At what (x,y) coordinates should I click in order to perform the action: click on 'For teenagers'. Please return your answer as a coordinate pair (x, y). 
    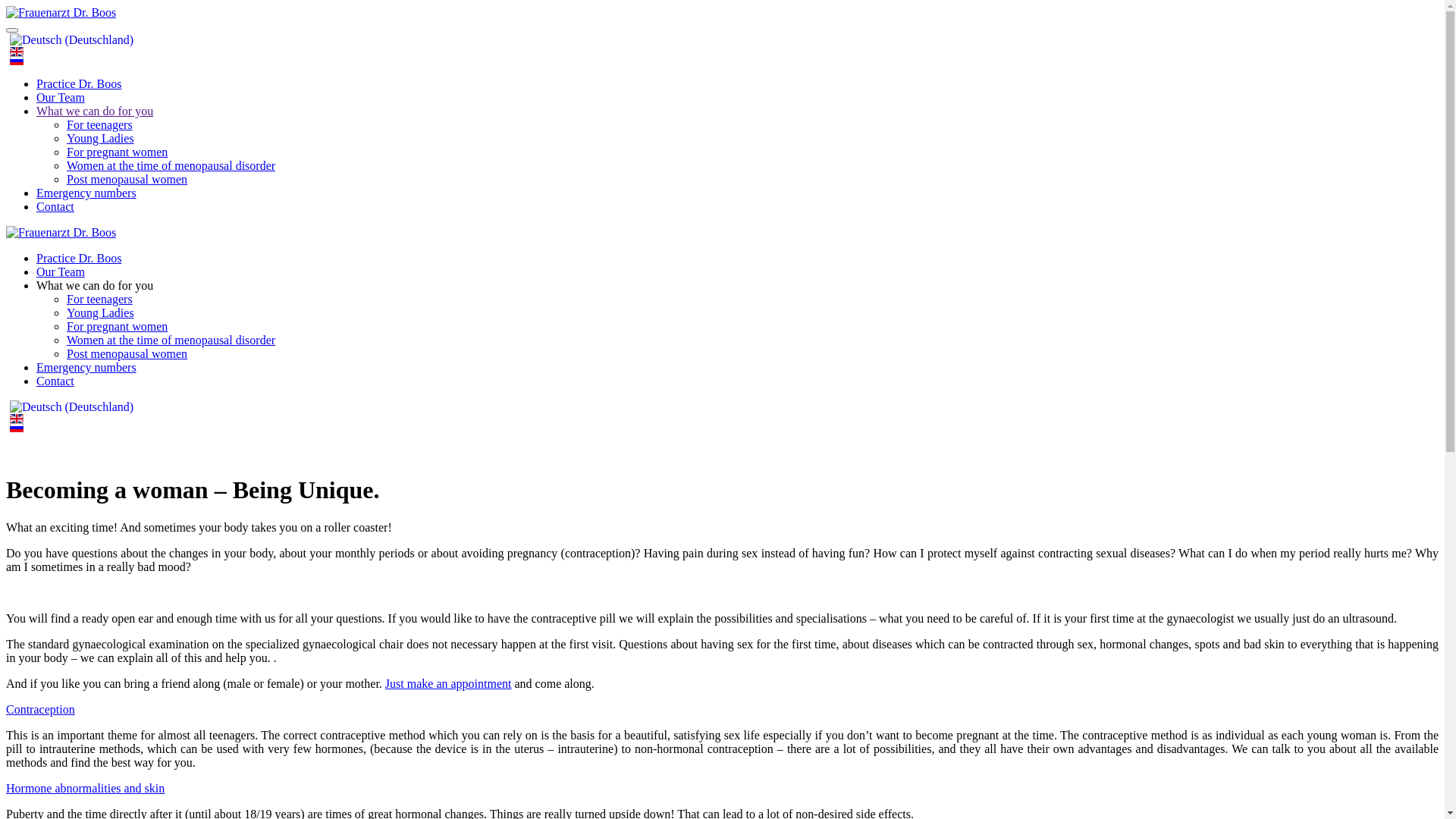
    Looking at the image, I should click on (99, 124).